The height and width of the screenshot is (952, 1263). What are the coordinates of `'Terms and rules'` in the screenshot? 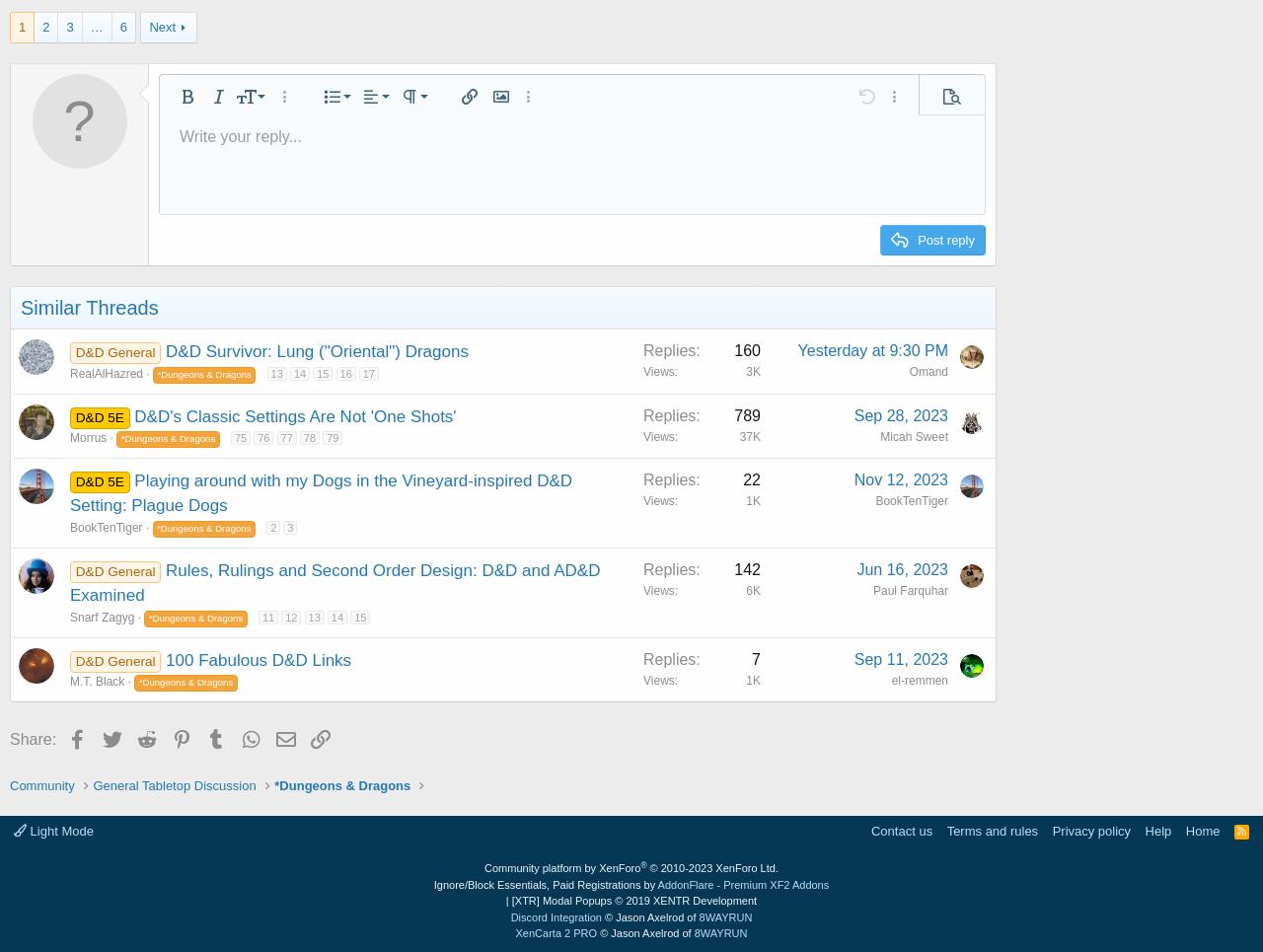 It's located at (992, 829).